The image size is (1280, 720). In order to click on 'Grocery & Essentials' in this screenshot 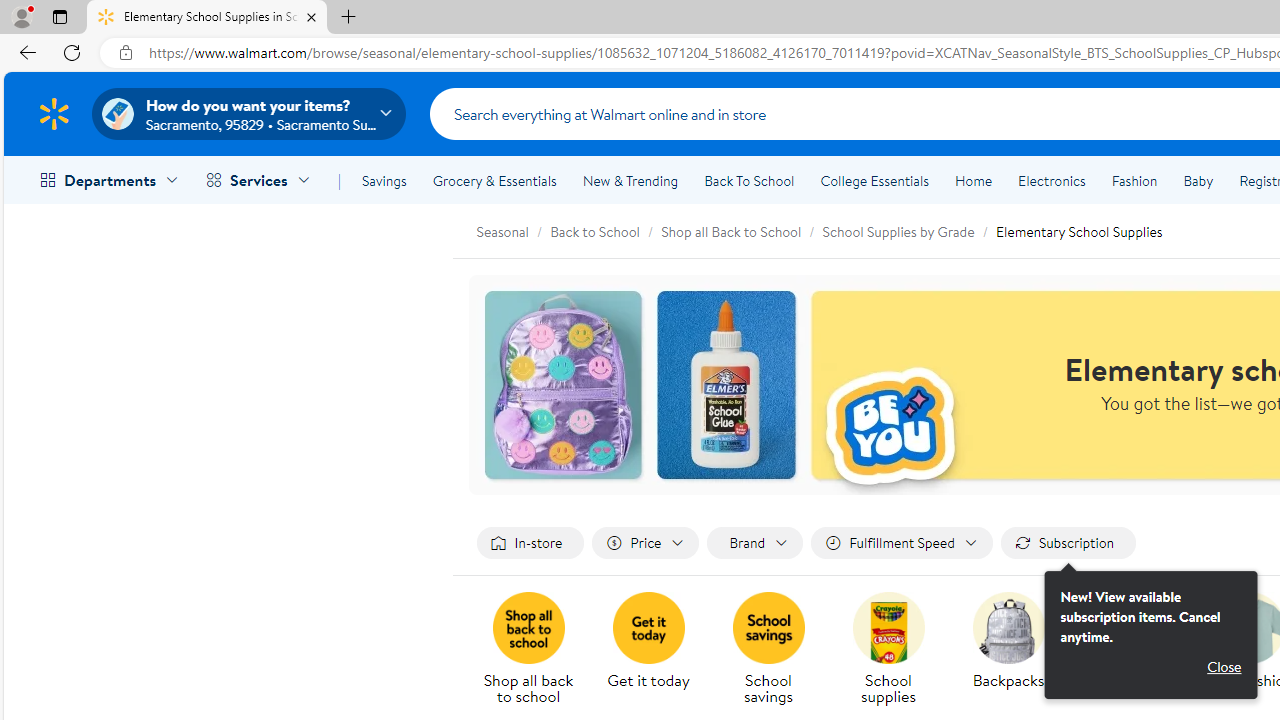, I will do `click(494, 181)`.